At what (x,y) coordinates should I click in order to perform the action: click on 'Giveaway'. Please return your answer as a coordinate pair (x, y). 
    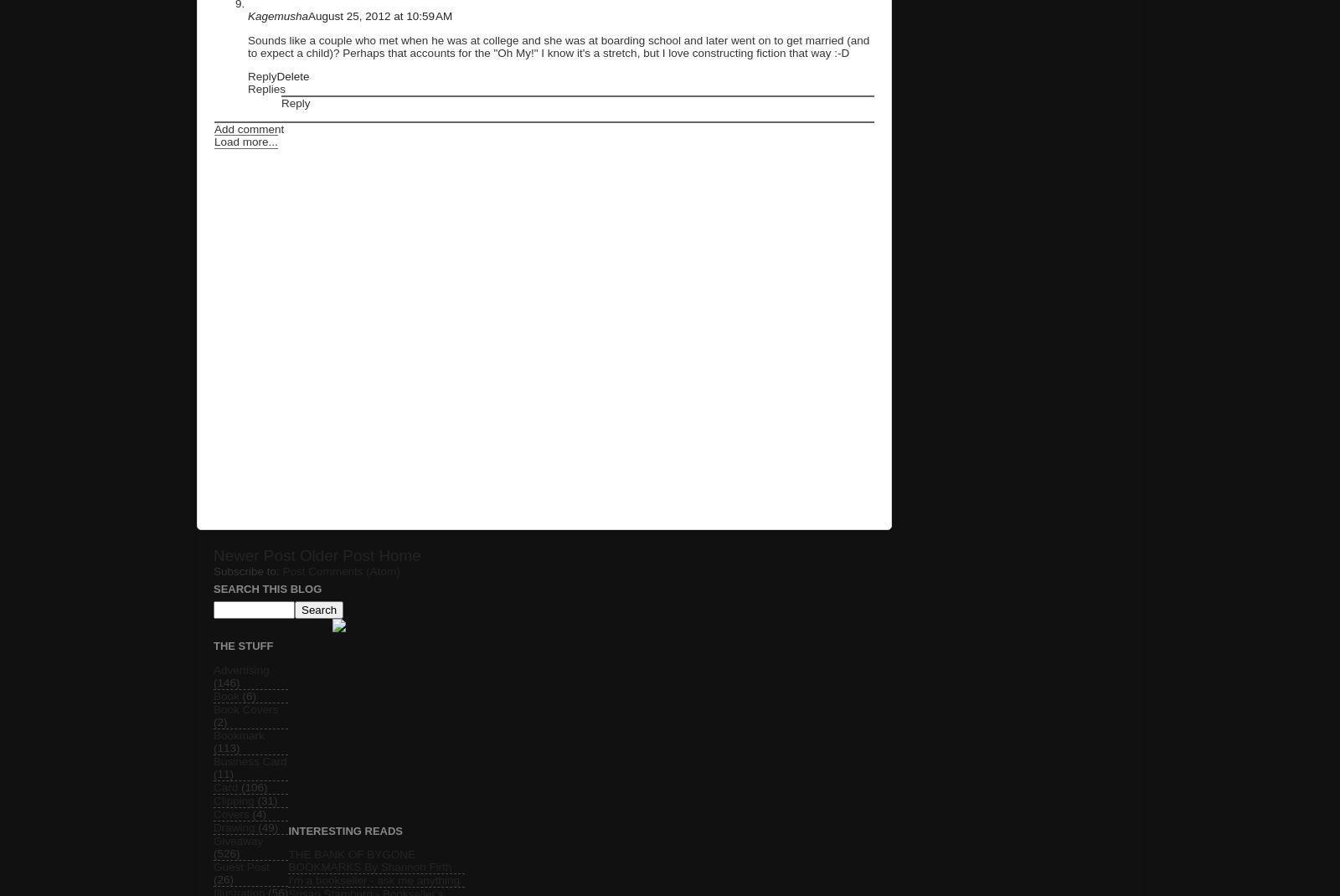
    Looking at the image, I should click on (214, 840).